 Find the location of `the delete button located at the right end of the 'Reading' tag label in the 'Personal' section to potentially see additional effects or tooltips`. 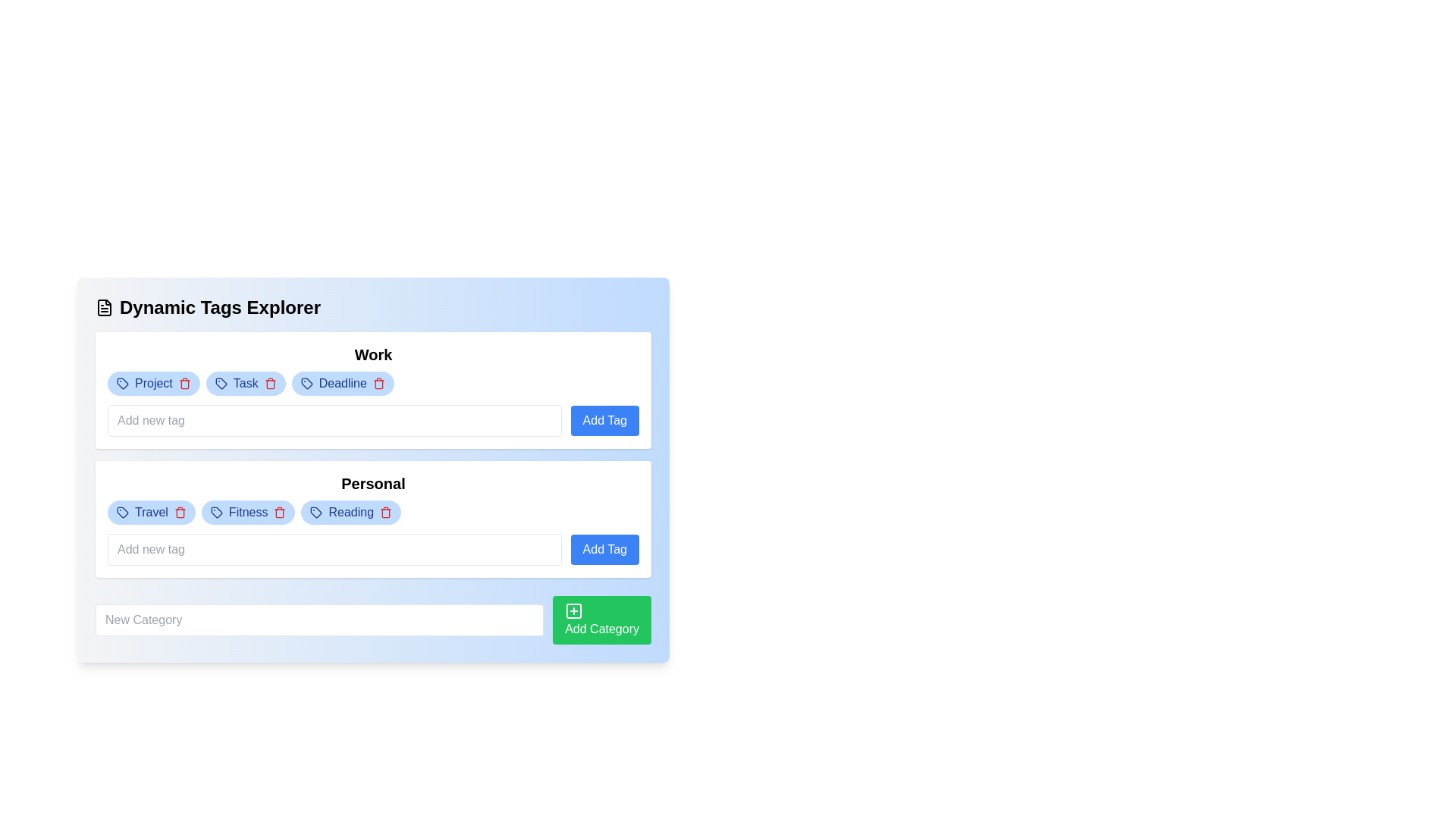

the delete button located at the right end of the 'Reading' tag label in the 'Personal' section to potentially see additional effects or tooltips is located at coordinates (385, 512).